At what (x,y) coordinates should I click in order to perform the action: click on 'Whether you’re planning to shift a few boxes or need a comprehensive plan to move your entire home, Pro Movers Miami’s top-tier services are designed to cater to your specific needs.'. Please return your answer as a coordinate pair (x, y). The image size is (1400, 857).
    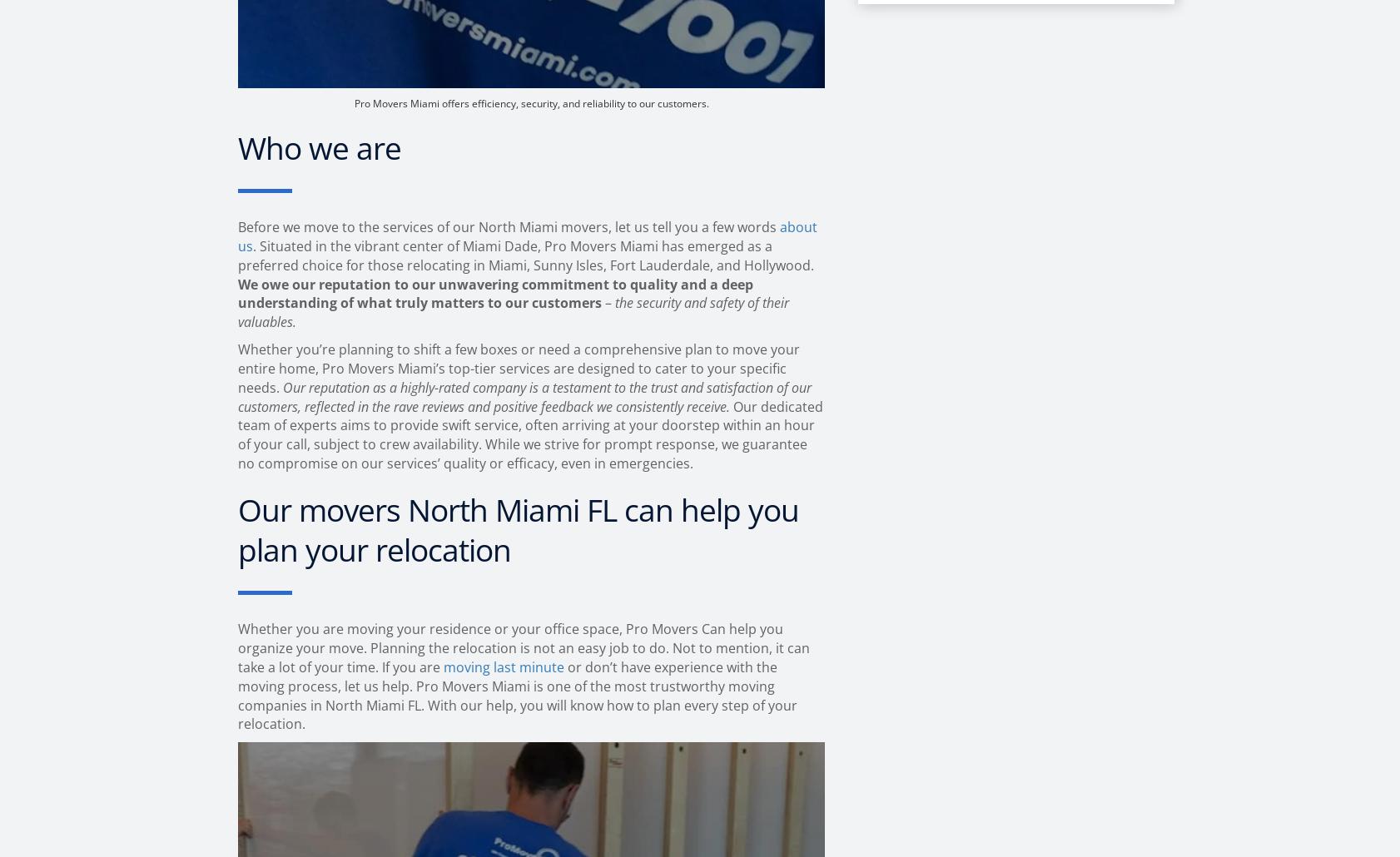
    Looking at the image, I should click on (519, 367).